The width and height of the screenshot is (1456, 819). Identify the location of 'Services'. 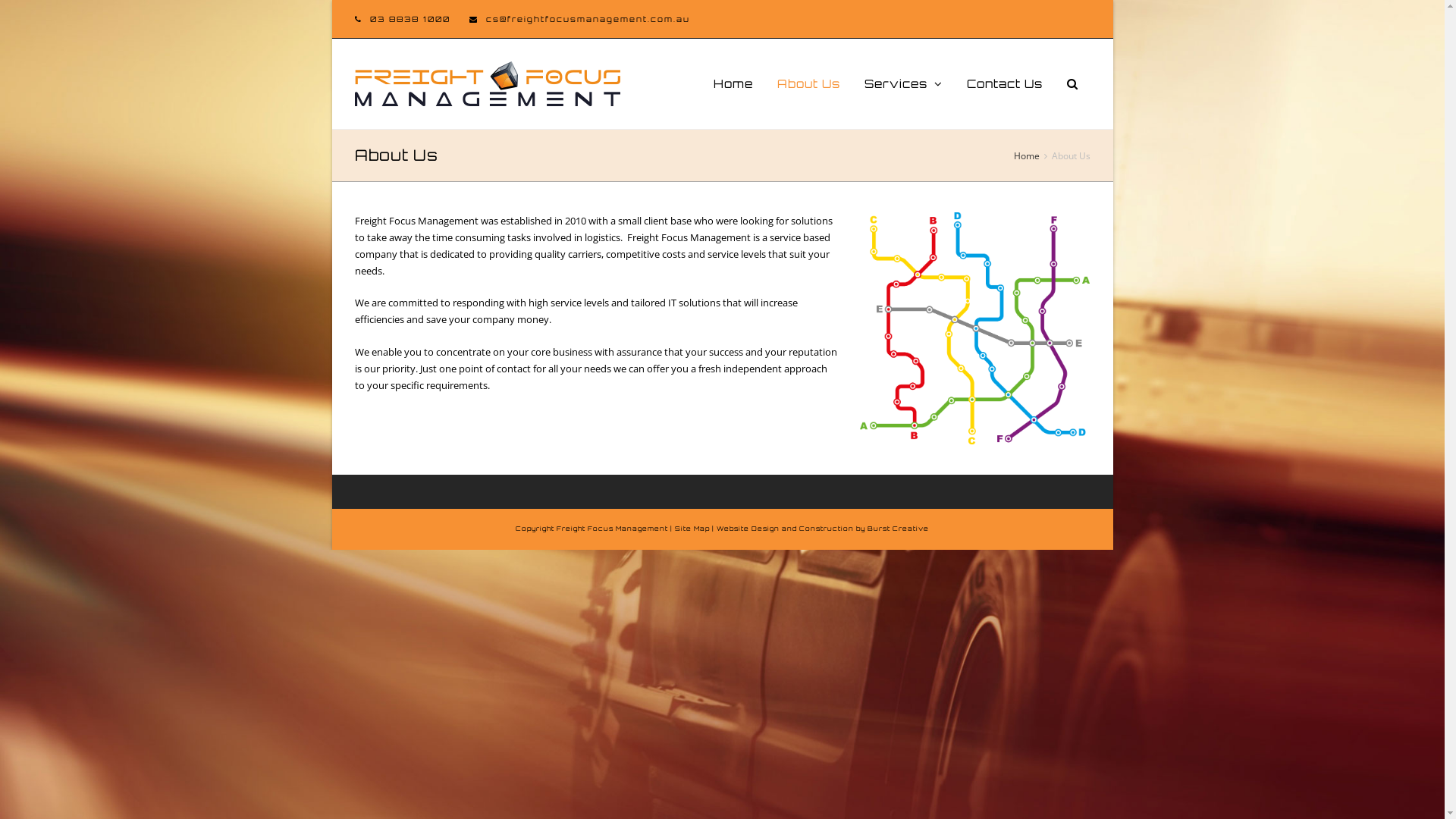
(903, 84).